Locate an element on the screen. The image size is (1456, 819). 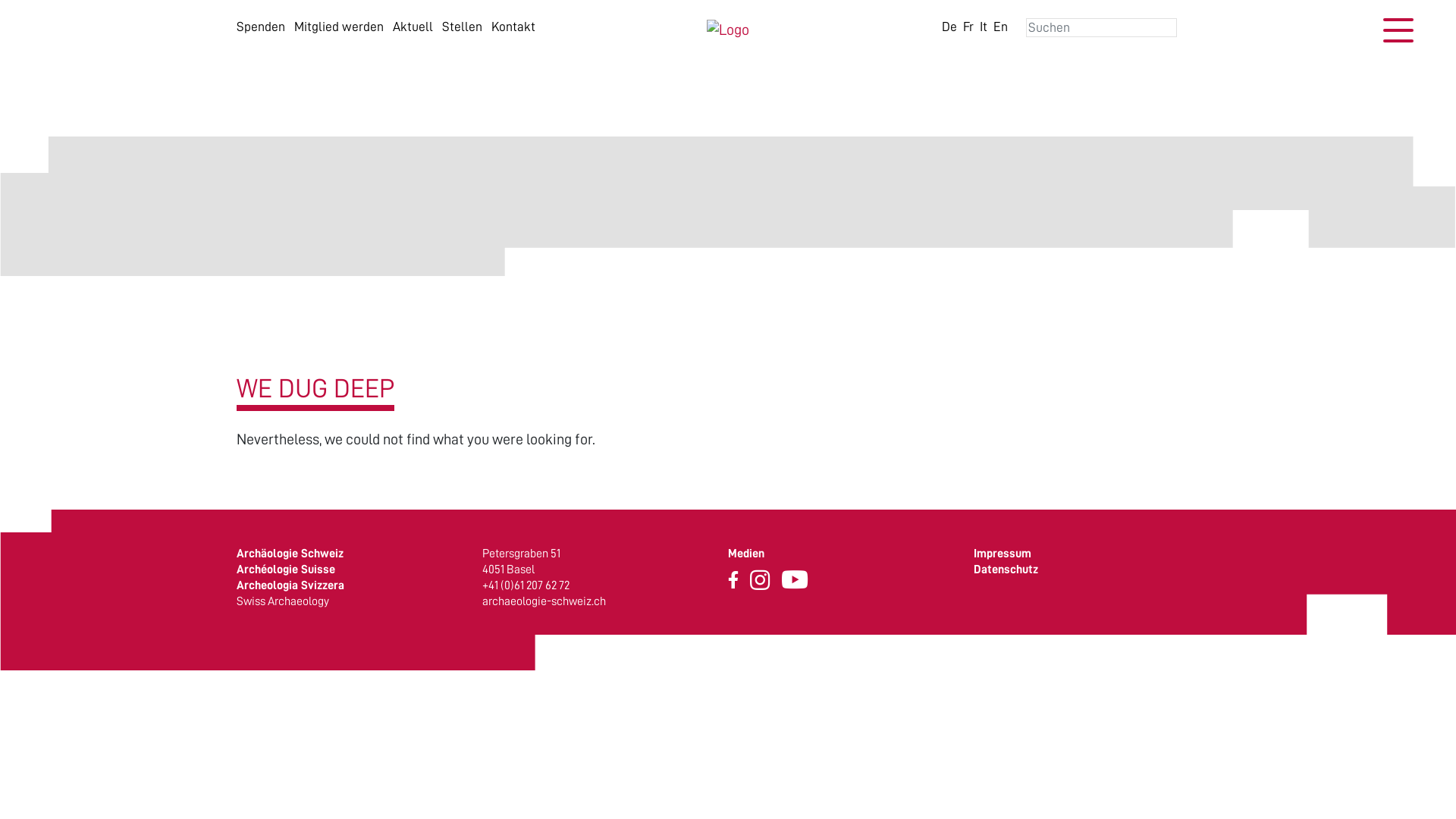
'Search' is located at coordinates (0, 12).